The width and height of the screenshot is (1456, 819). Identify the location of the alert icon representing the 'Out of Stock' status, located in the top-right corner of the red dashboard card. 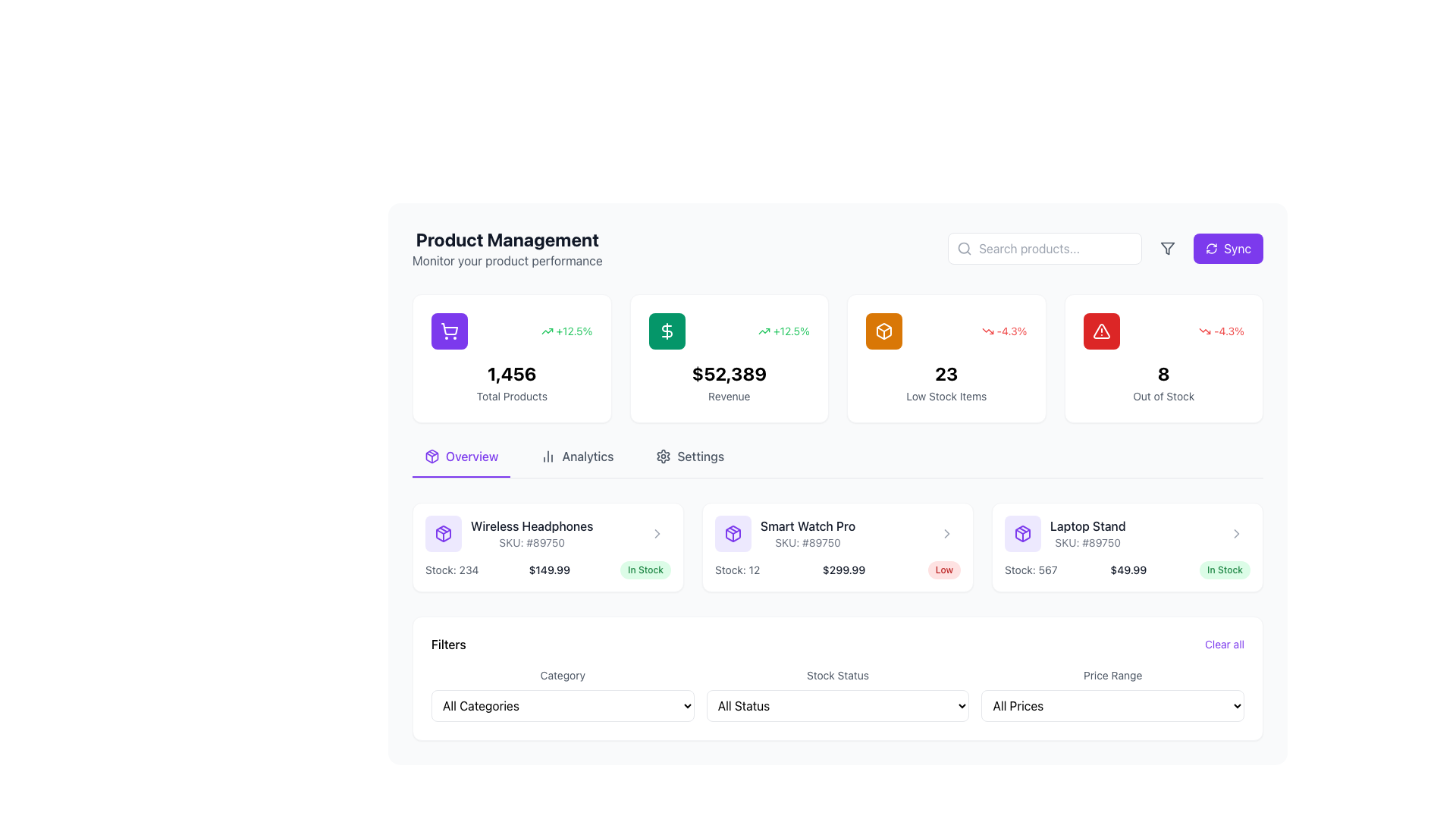
(1101, 330).